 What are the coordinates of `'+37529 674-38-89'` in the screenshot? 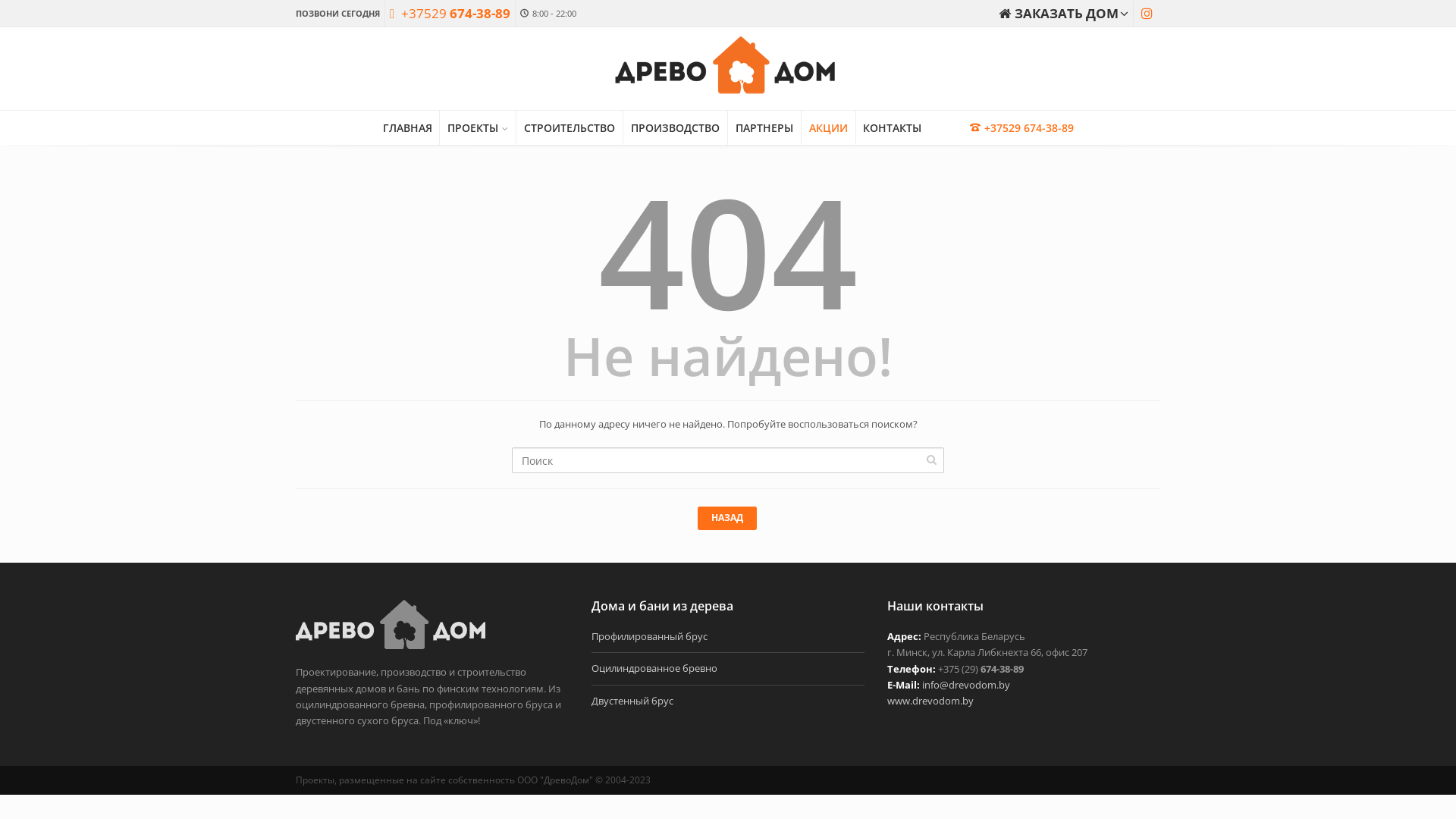 It's located at (449, 13).